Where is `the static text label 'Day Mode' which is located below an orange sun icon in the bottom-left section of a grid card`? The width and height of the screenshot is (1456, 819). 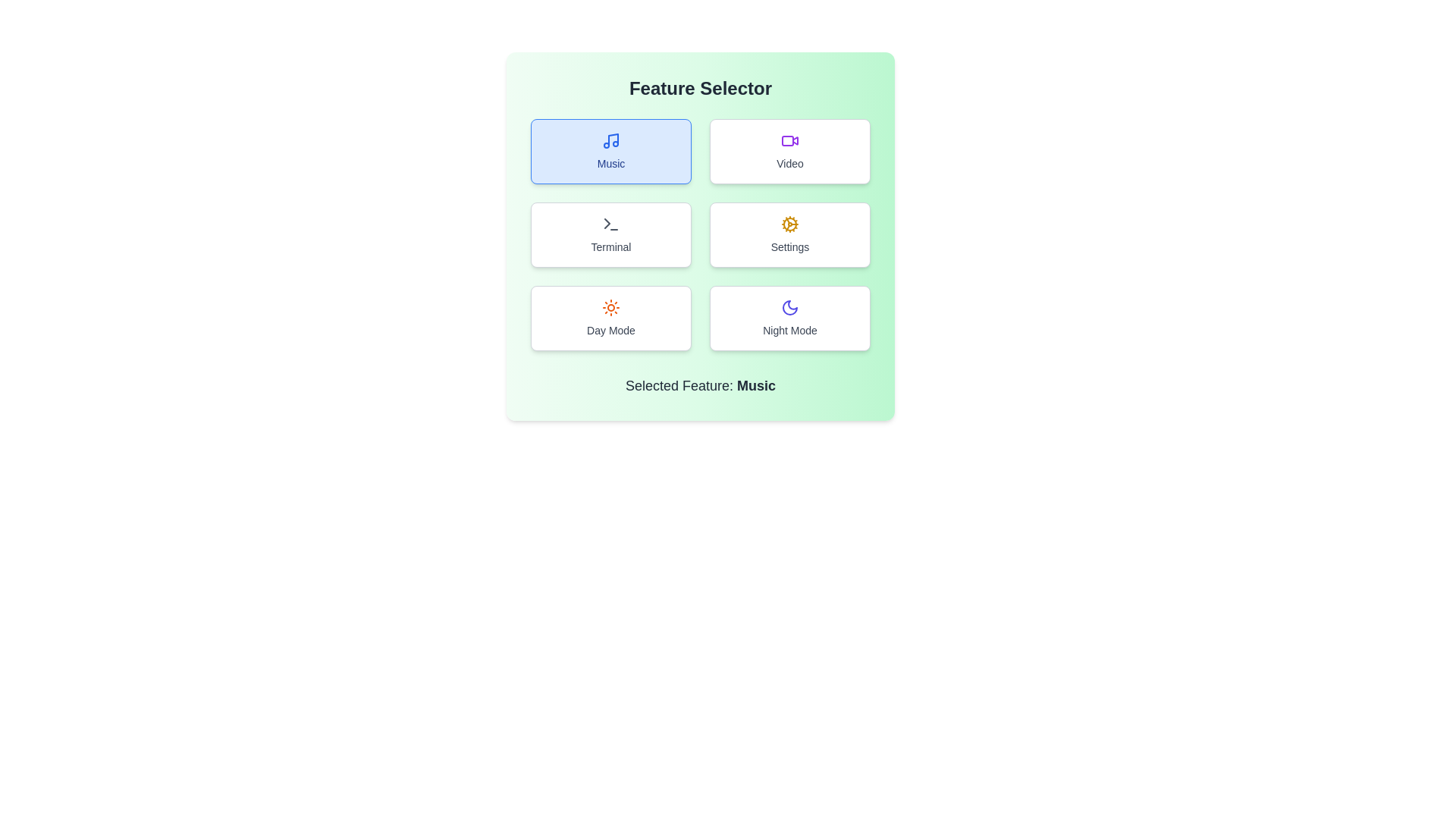 the static text label 'Day Mode' which is located below an orange sun icon in the bottom-left section of a grid card is located at coordinates (611, 329).